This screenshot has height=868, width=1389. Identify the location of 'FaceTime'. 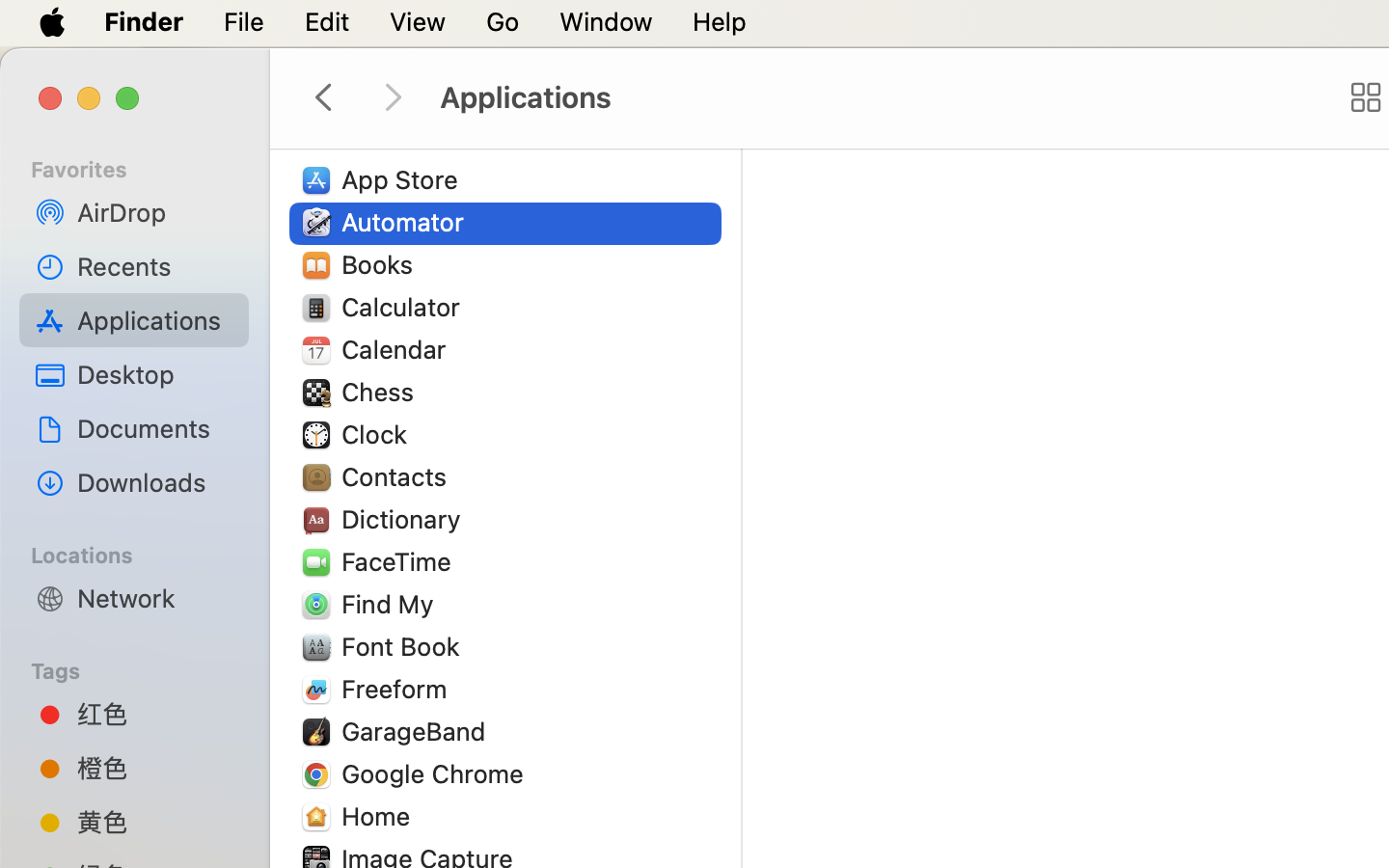
(400, 561).